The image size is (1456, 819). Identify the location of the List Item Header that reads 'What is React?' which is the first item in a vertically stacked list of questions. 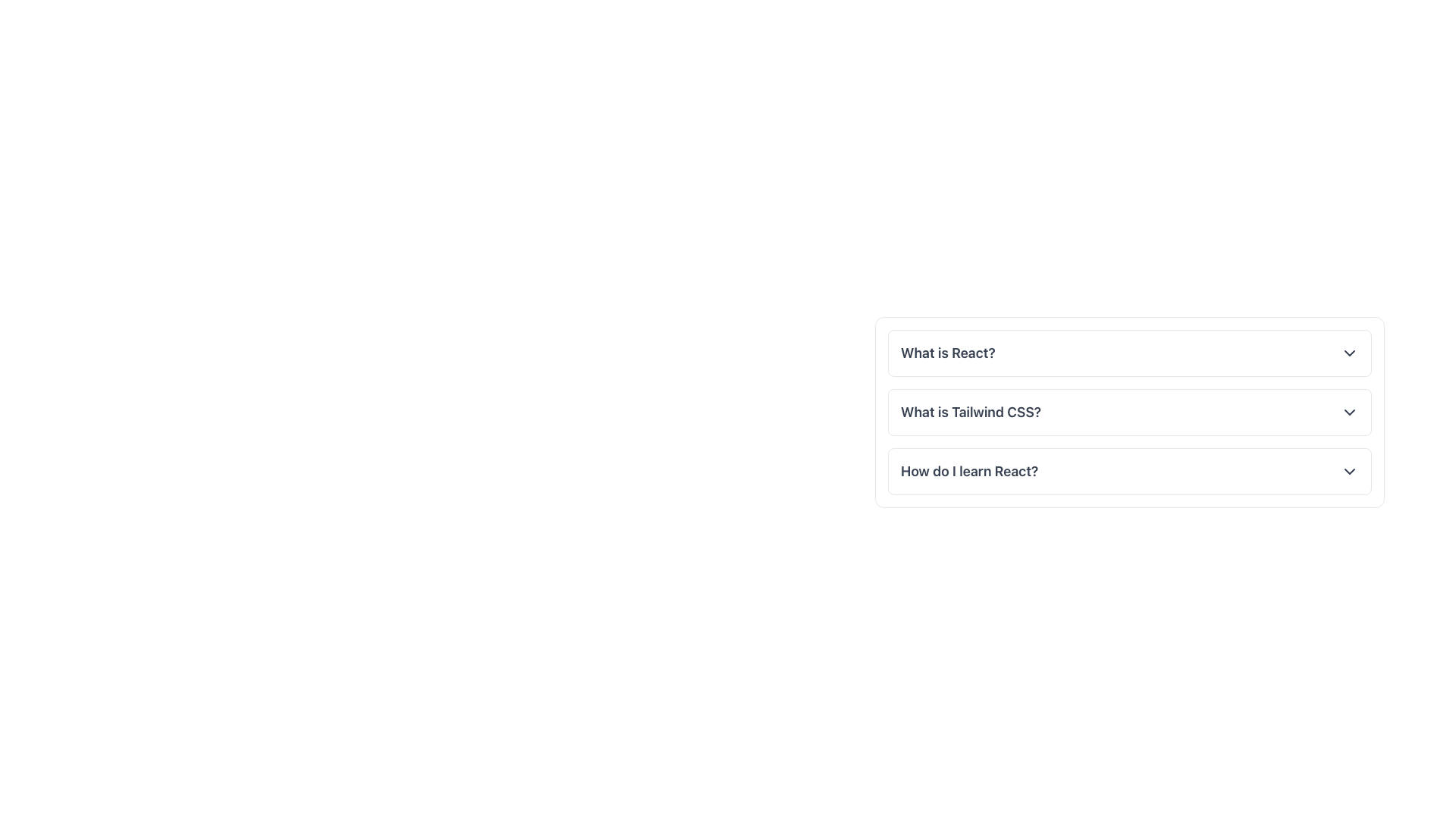
(1129, 353).